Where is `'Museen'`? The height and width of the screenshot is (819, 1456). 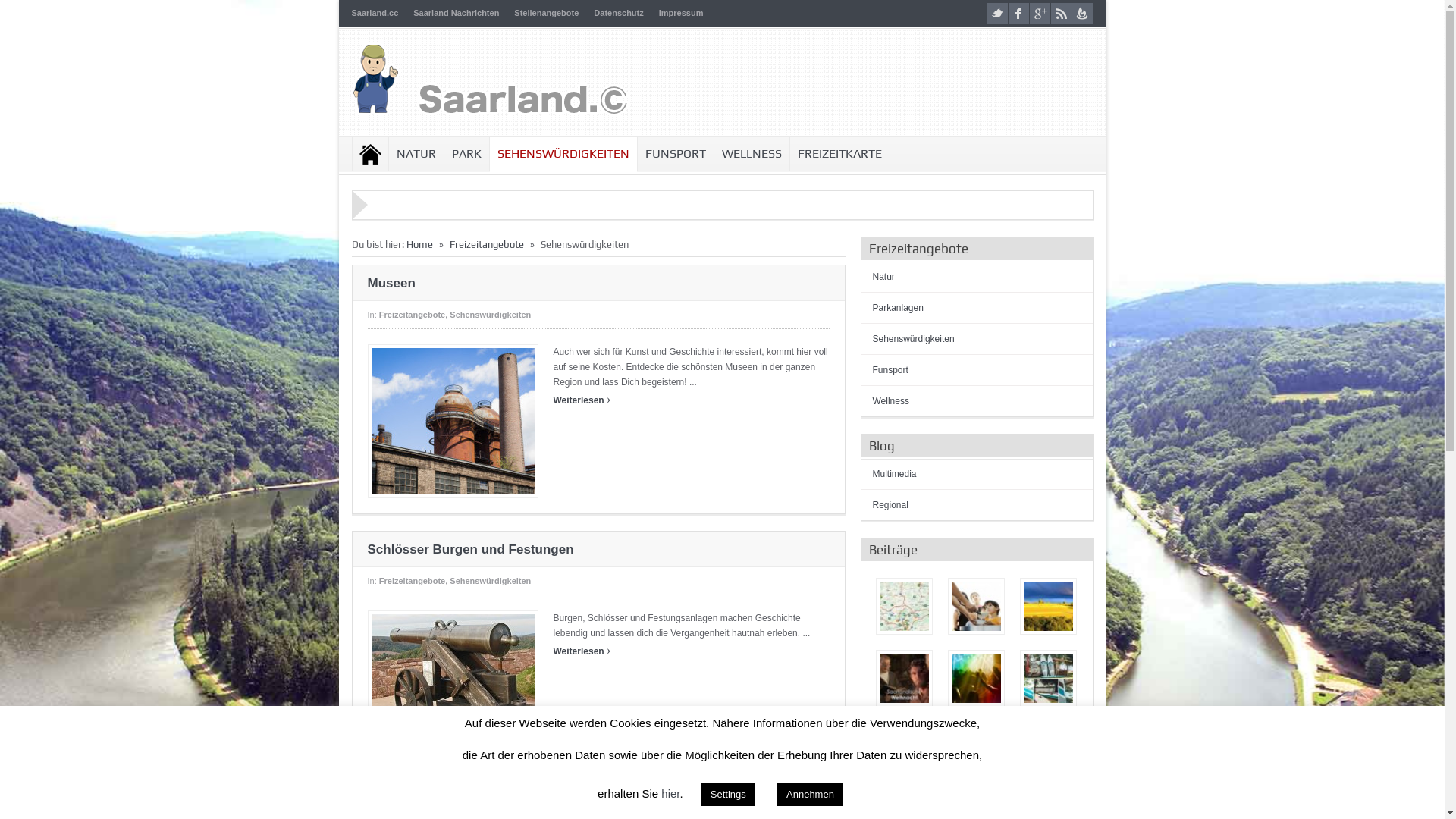
'Museen' is located at coordinates (452, 421).